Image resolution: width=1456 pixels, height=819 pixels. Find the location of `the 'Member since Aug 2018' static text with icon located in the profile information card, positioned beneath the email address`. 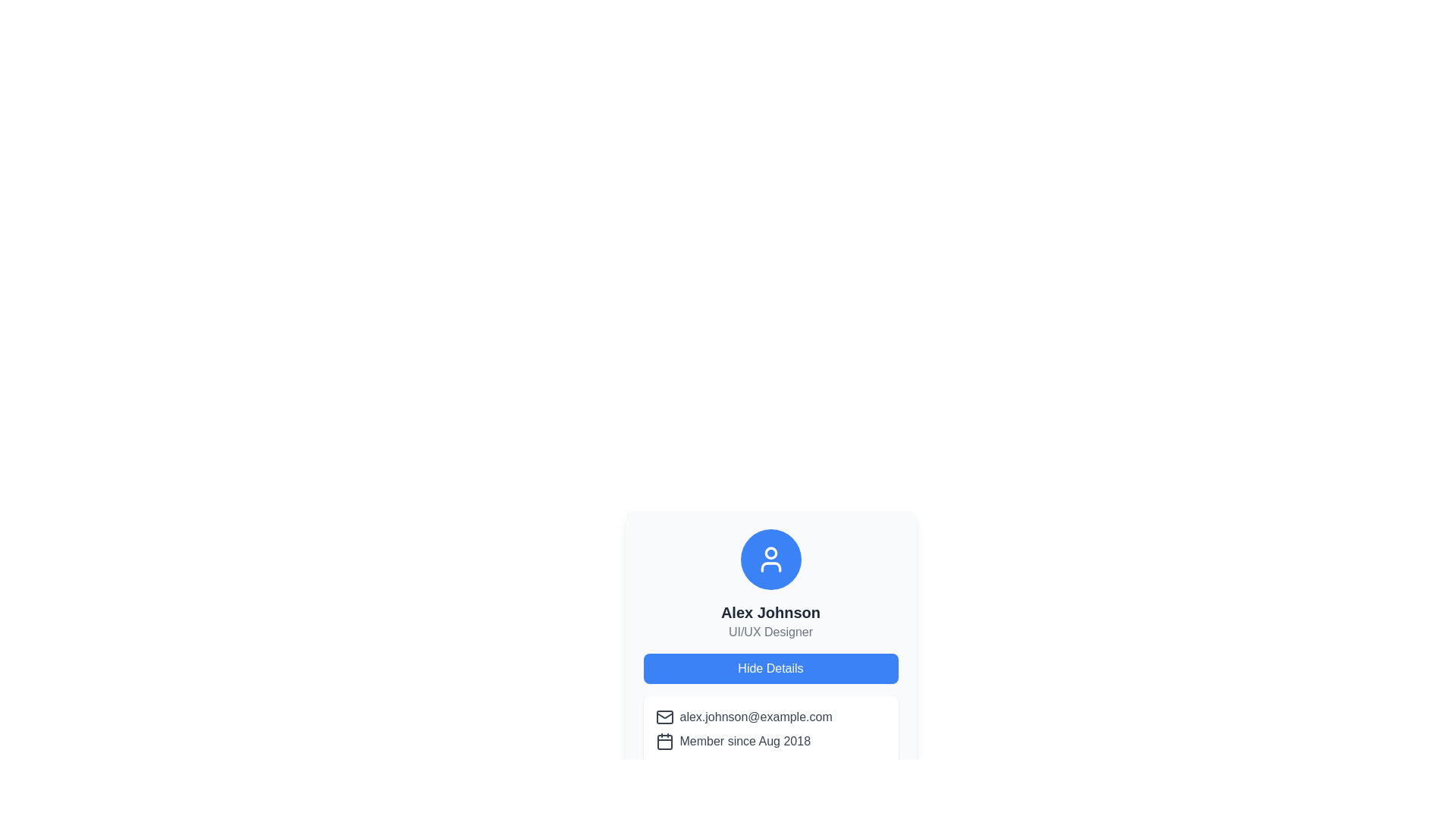

the 'Member since Aug 2018' static text with icon located in the profile information card, positioned beneath the email address is located at coordinates (770, 741).